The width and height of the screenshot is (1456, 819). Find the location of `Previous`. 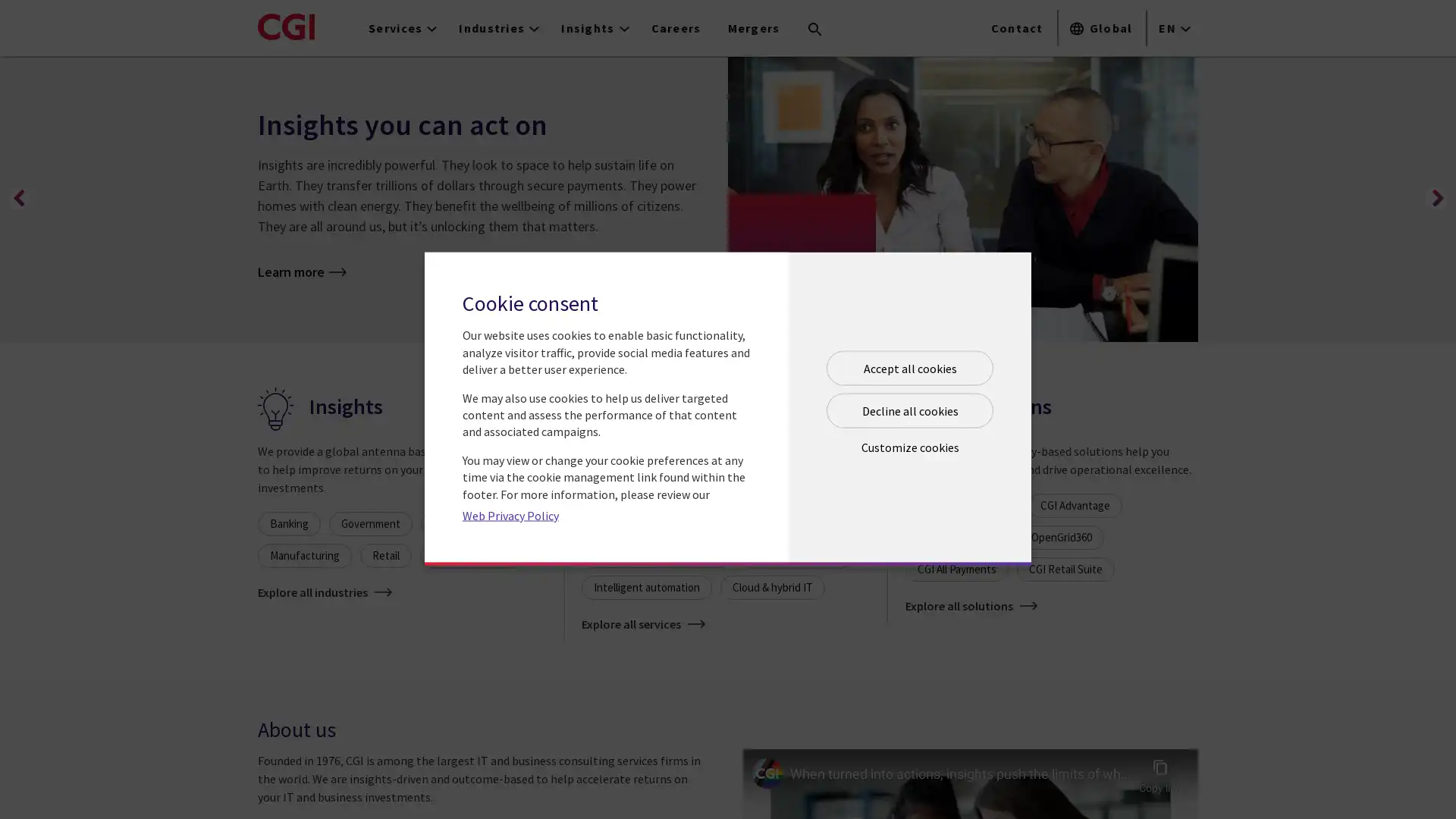

Previous is located at coordinates (19, 197).